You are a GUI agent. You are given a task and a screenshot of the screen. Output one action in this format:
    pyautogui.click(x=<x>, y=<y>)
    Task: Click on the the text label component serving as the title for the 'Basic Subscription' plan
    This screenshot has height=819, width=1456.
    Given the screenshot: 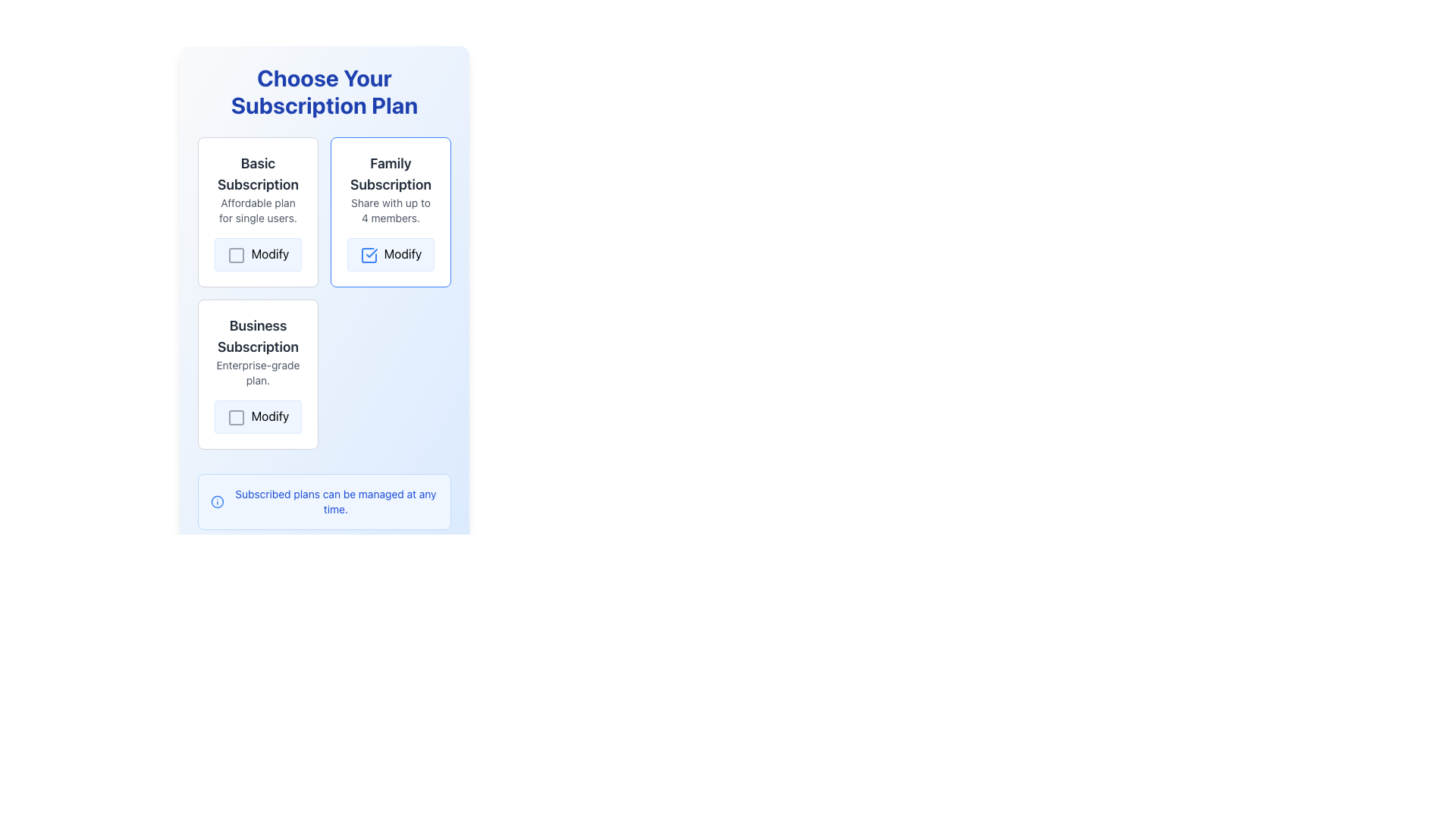 What is the action you would take?
    pyautogui.click(x=258, y=174)
    